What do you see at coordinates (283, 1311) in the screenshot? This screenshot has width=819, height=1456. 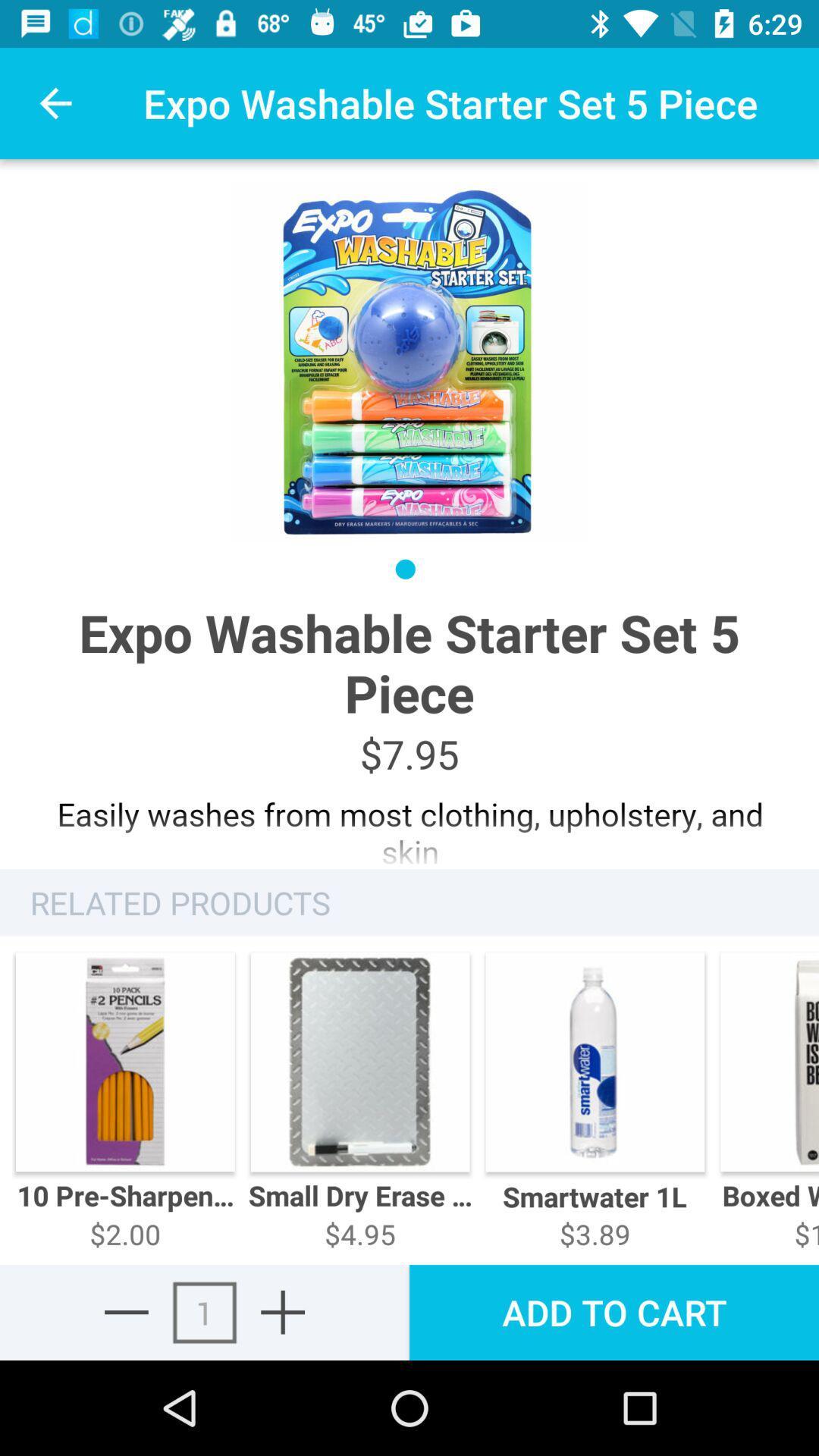 I see `cover art gopuff food drink delivery and add app` at bounding box center [283, 1311].